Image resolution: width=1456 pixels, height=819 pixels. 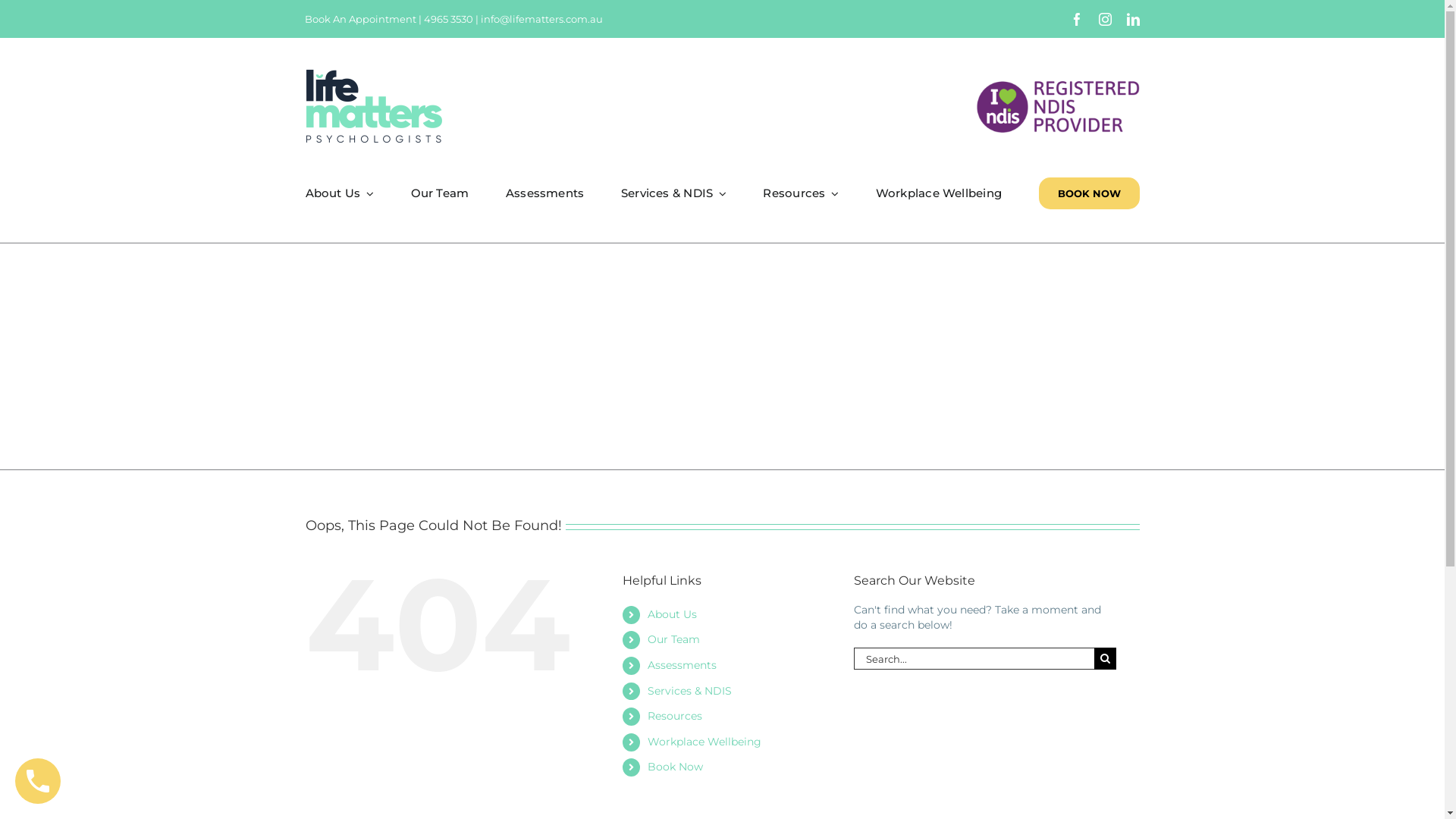 I want to click on 'BOOK NOW', so click(x=1088, y=192).